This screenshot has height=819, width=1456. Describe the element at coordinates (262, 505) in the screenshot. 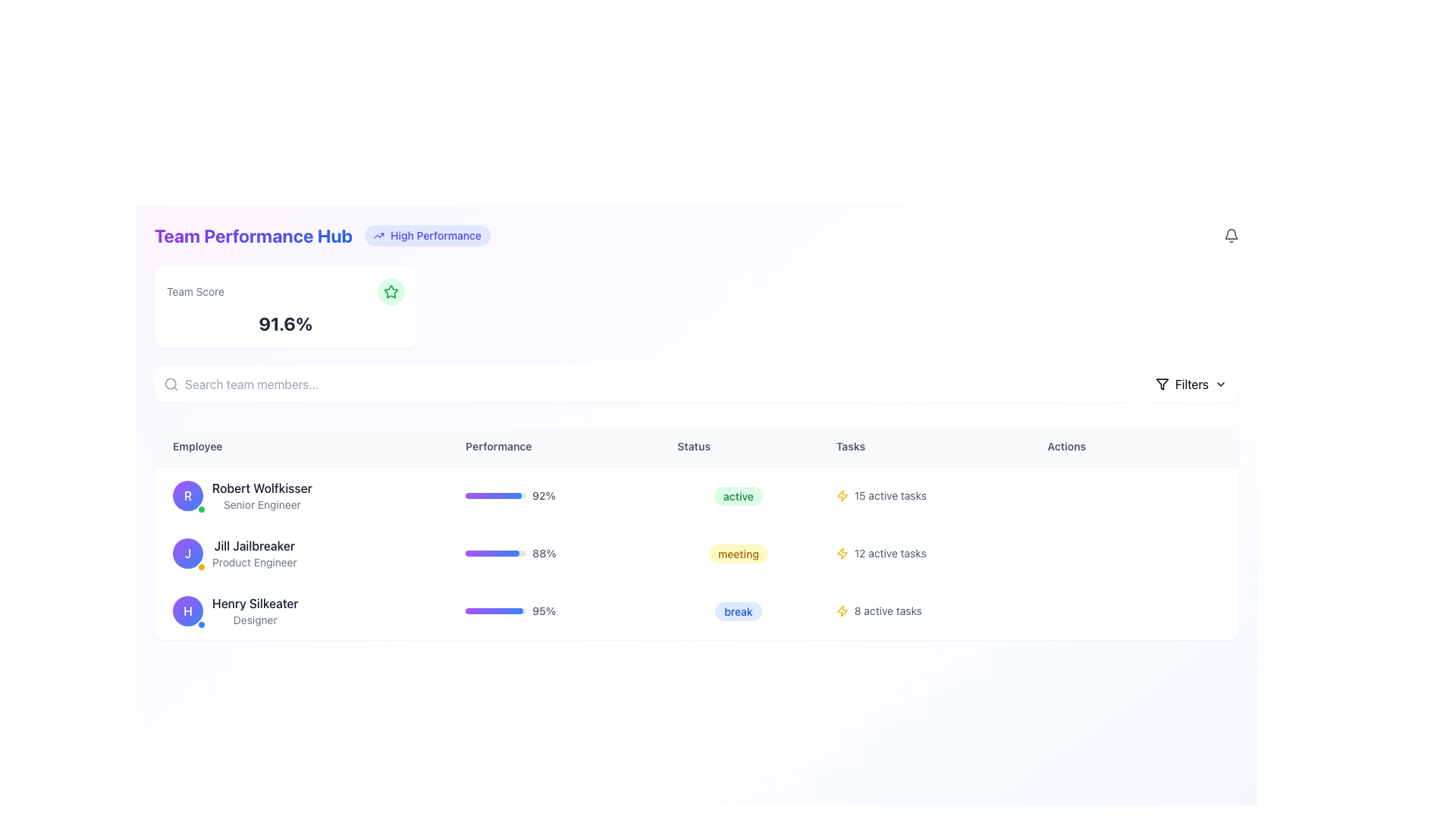

I see `the static text label reading 'Senior Engineer', which is positioned below 'Robert Wolfkisser' in the Employee column of the table` at that location.